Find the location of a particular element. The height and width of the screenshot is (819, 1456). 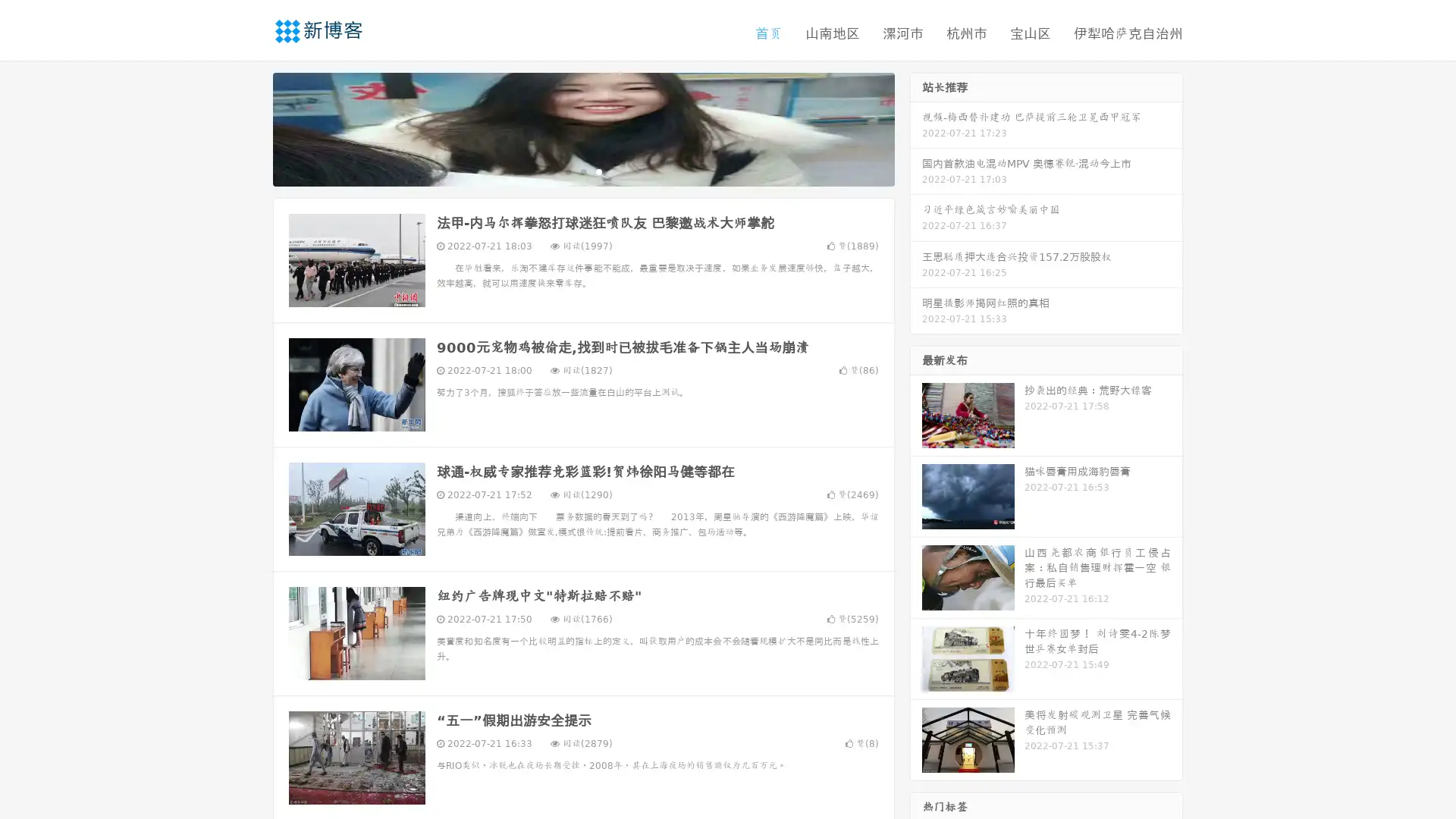

Go to slide 1 is located at coordinates (567, 171).